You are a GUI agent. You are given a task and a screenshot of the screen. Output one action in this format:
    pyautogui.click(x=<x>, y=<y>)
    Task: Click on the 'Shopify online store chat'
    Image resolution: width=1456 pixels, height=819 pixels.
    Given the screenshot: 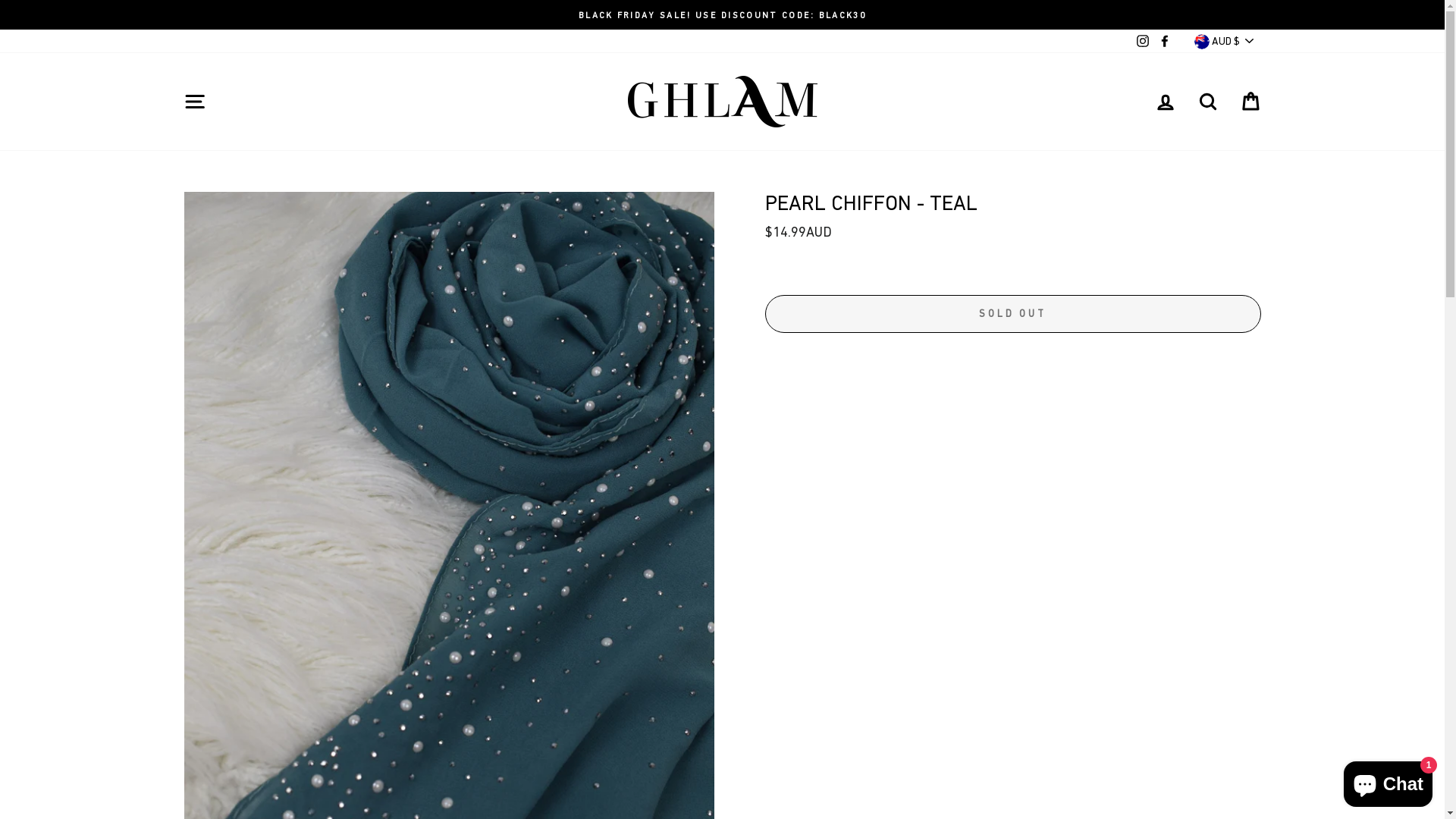 What is the action you would take?
    pyautogui.click(x=1339, y=780)
    